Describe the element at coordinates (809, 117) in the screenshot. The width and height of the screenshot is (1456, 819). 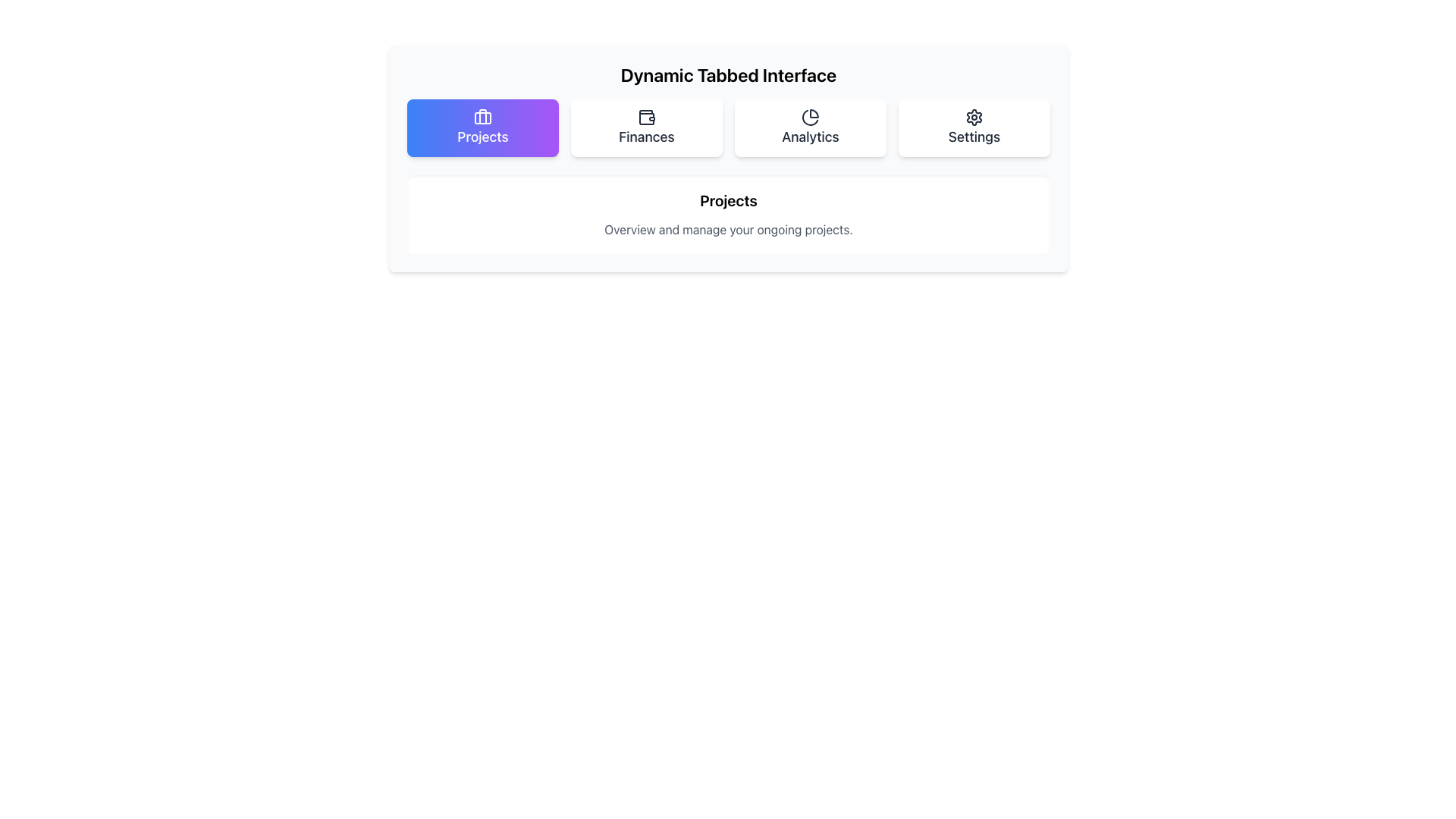
I see `the pie chart segment located in the 'Analytics' tab of the navigation interface, which is the third tab from the left and features a clean, minimalistic design` at that location.